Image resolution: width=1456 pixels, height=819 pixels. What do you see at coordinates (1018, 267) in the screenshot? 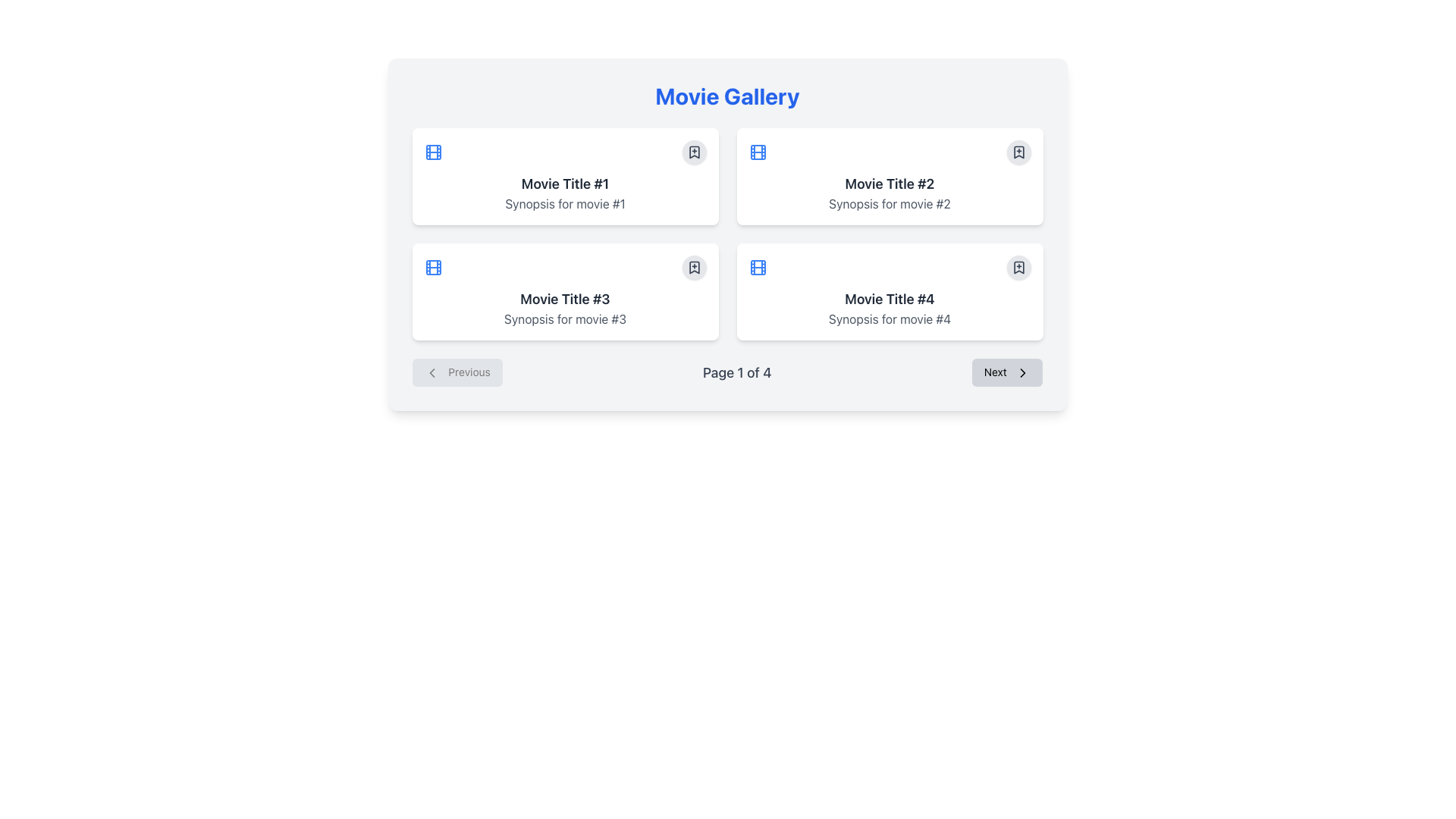
I see `the bookmark icon button with a plus sign overlay, located in the lower-right corner of the card for 'Movie Title #4' in the movie gallery` at bounding box center [1018, 267].